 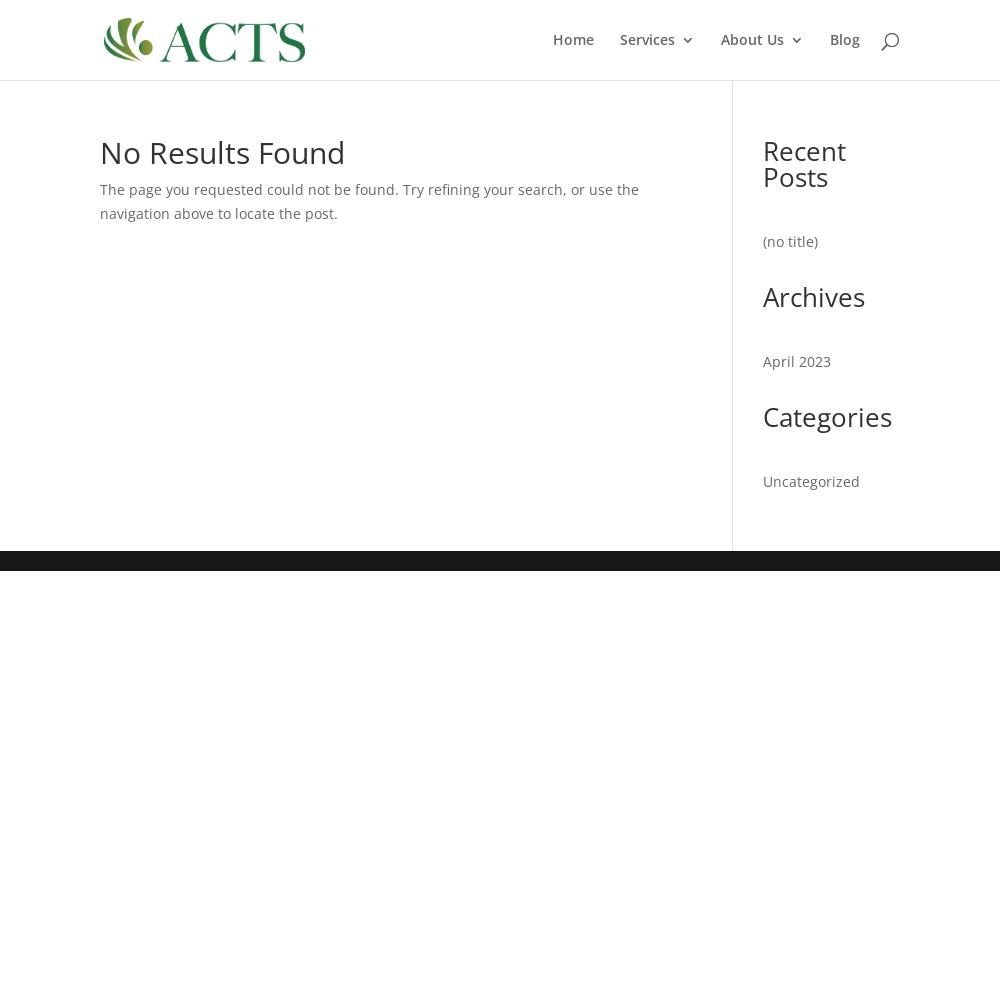 I want to click on 'No Results Found', so click(x=221, y=152).